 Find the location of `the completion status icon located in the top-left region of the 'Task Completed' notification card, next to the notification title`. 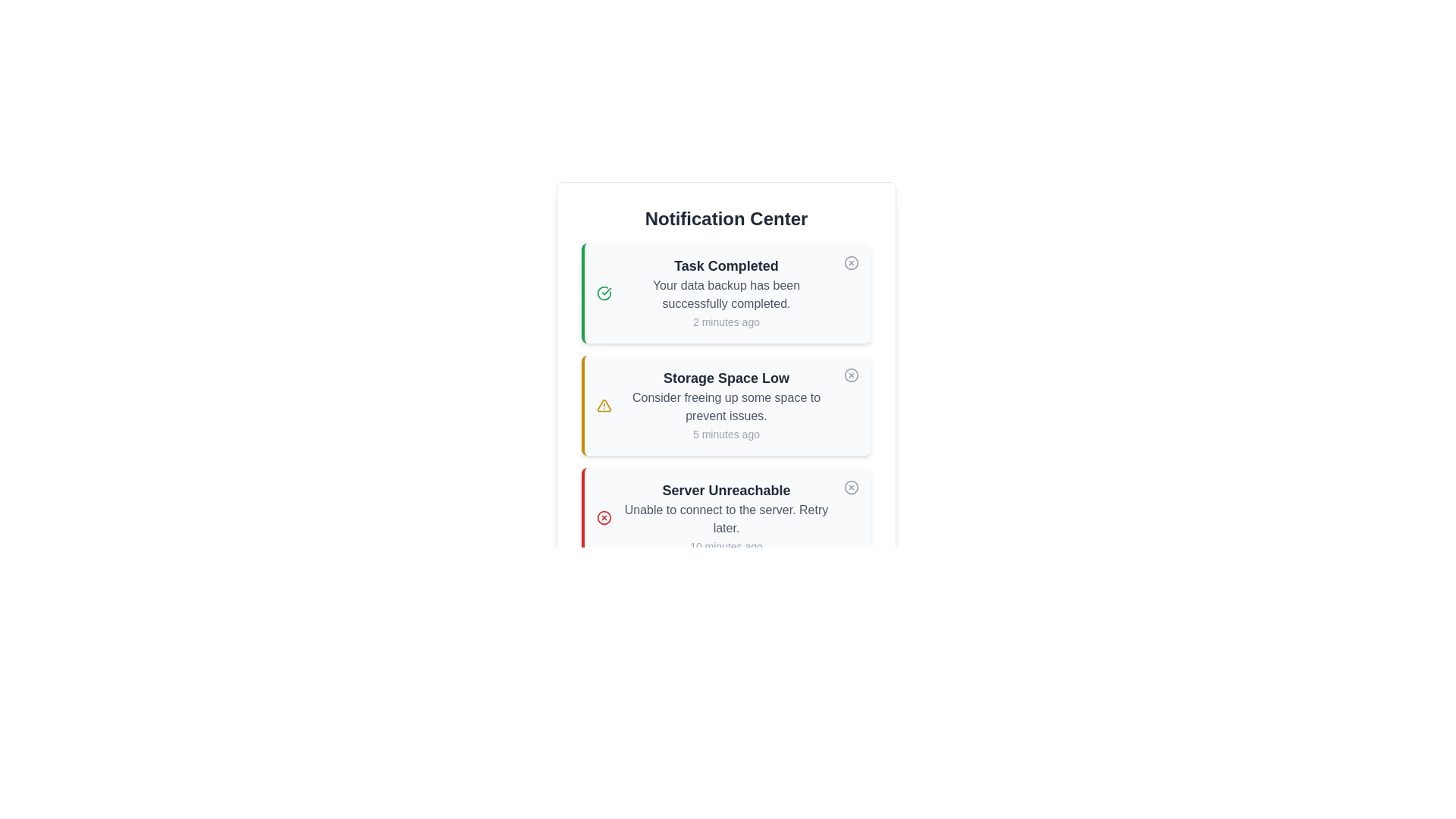

the completion status icon located in the top-left region of the 'Task Completed' notification card, next to the notification title is located at coordinates (603, 293).